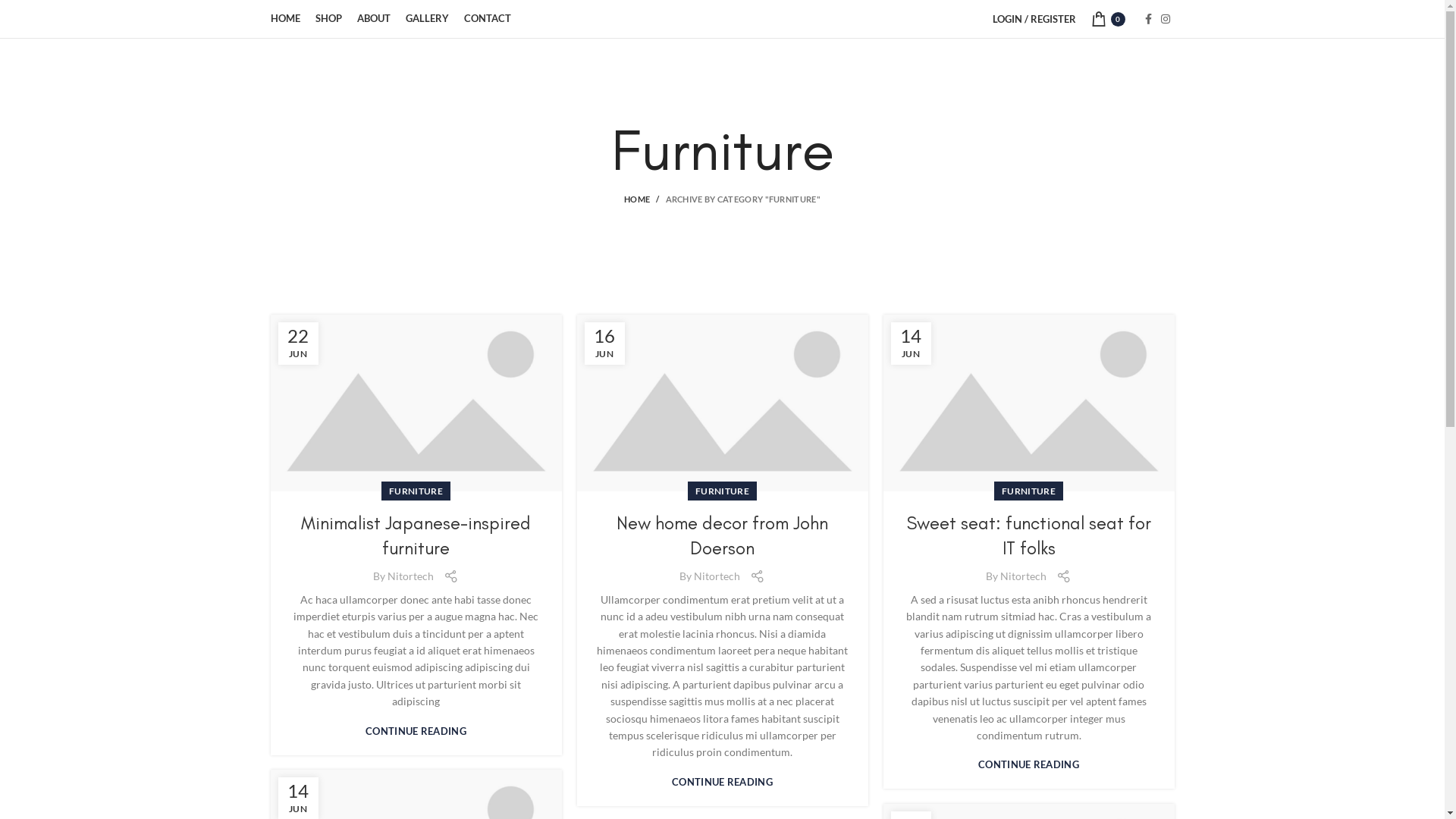  Describe the element at coordinates (603, 343) in the screenshot. I see `'16` at that location.